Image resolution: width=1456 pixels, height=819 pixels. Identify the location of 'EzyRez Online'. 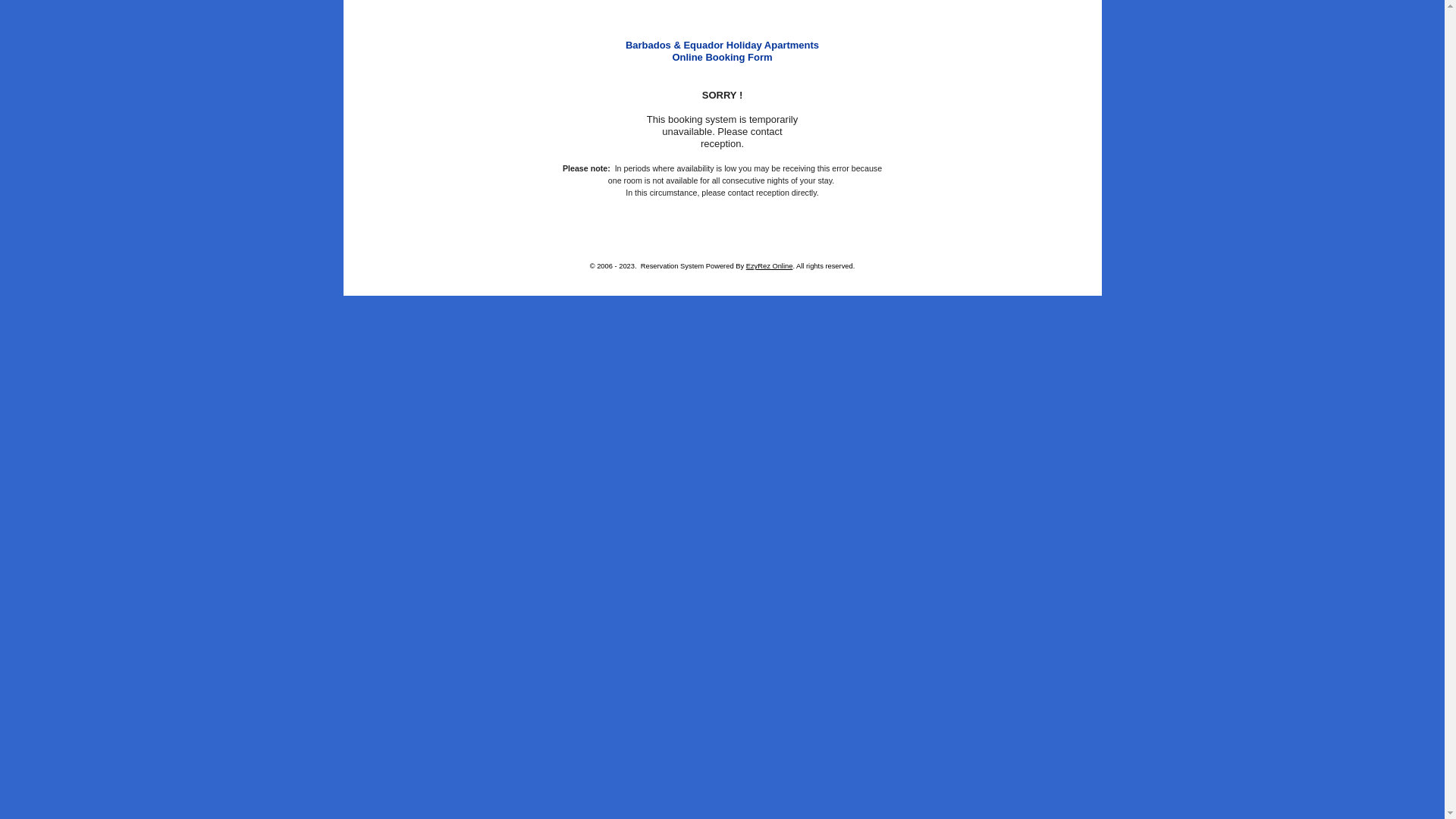
(769, 265).